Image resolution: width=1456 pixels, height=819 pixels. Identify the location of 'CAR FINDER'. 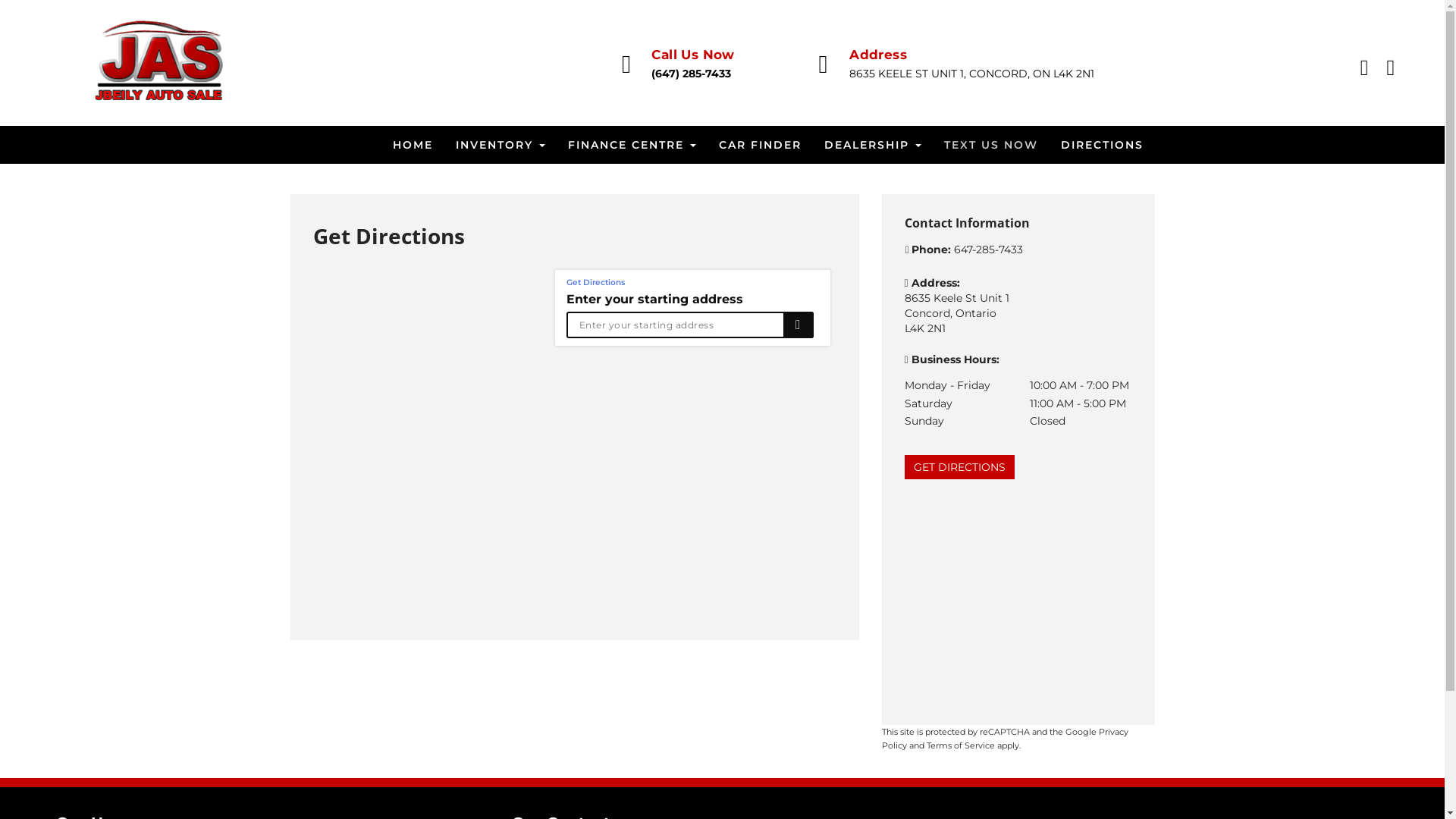
(705, 145).